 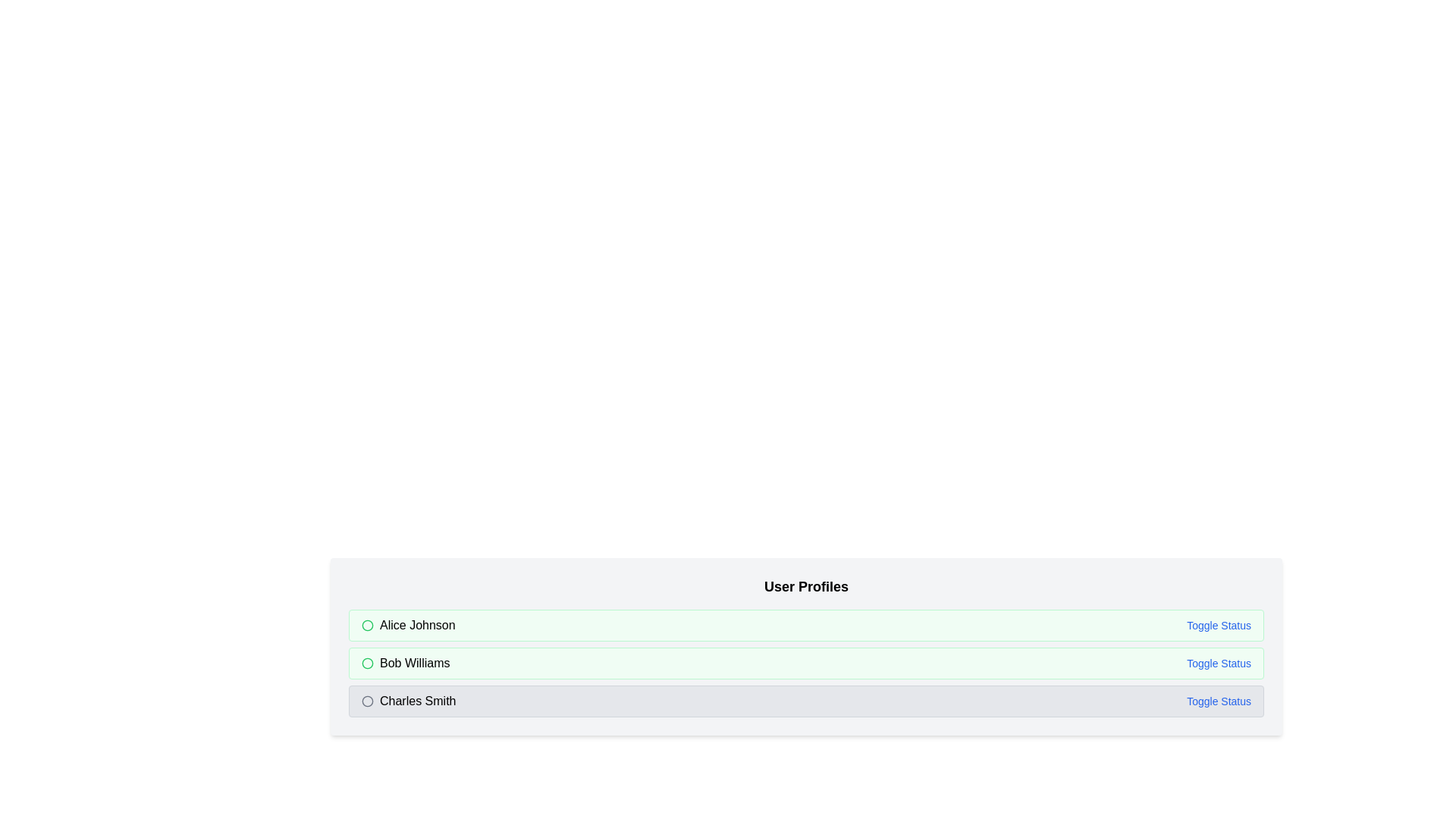 I want to click on the user profile text label that displays the user's name, which is located between 'Alice Johnson' and 'Charles Smith' in the vertically stacked list of user profiles, so click(x=415, y=663).